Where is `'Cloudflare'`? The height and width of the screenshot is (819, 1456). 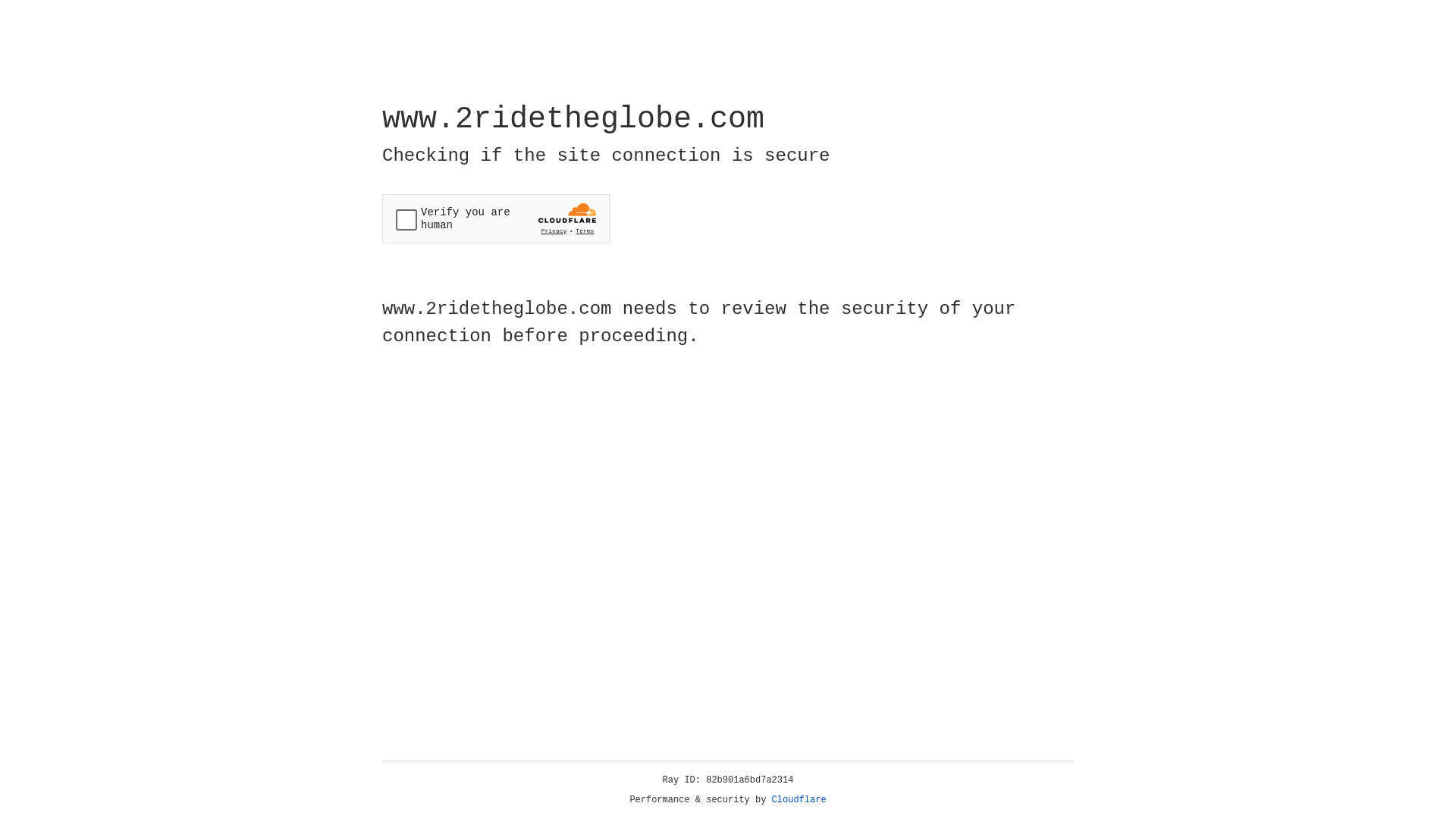 'Cloudflare' is located at coordinates (771, 799).